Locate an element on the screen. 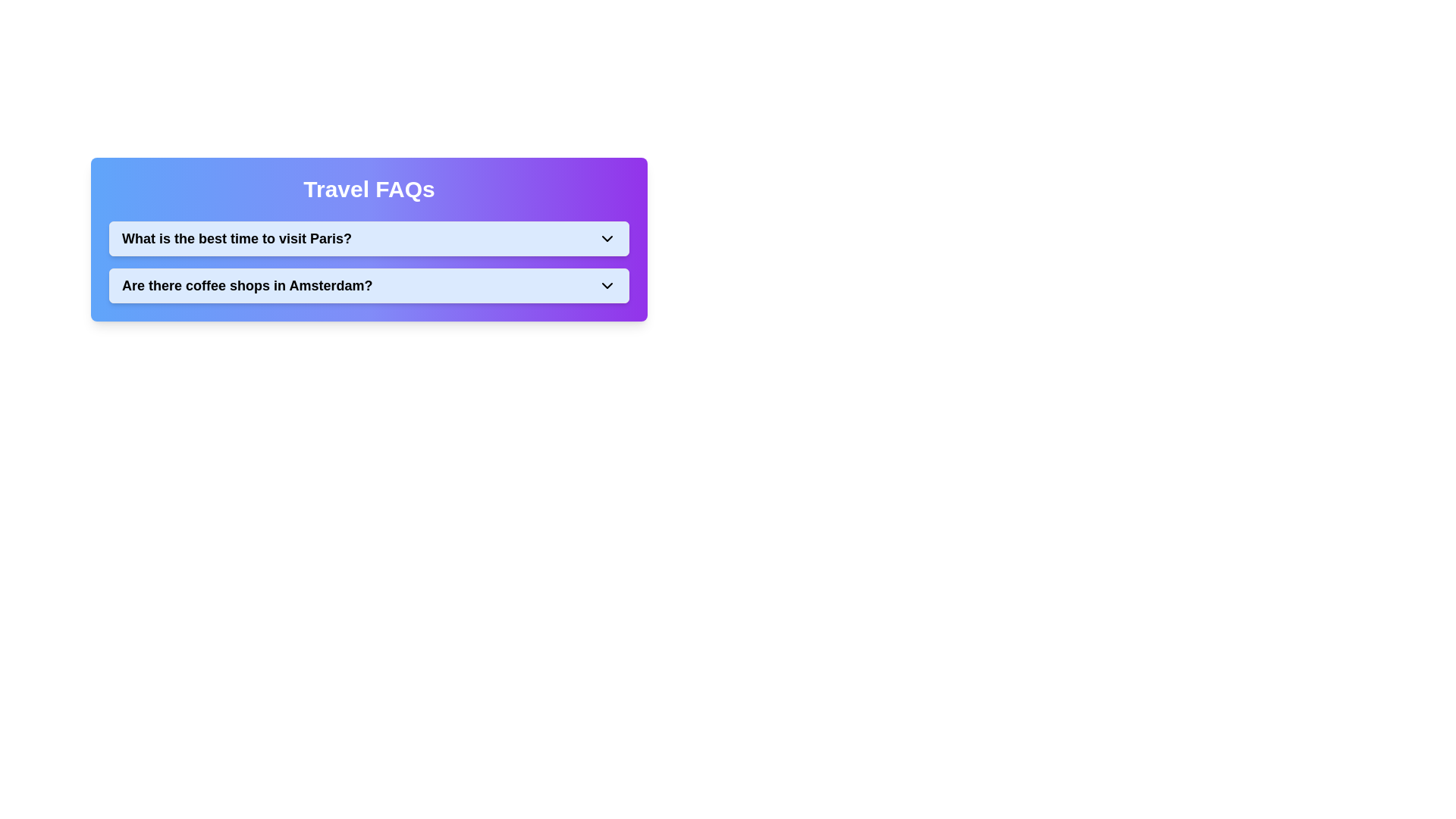 This screenshot has width=1456, height=819. the first Expandable Item in the FAQ list is located at coordinates (369, 262).